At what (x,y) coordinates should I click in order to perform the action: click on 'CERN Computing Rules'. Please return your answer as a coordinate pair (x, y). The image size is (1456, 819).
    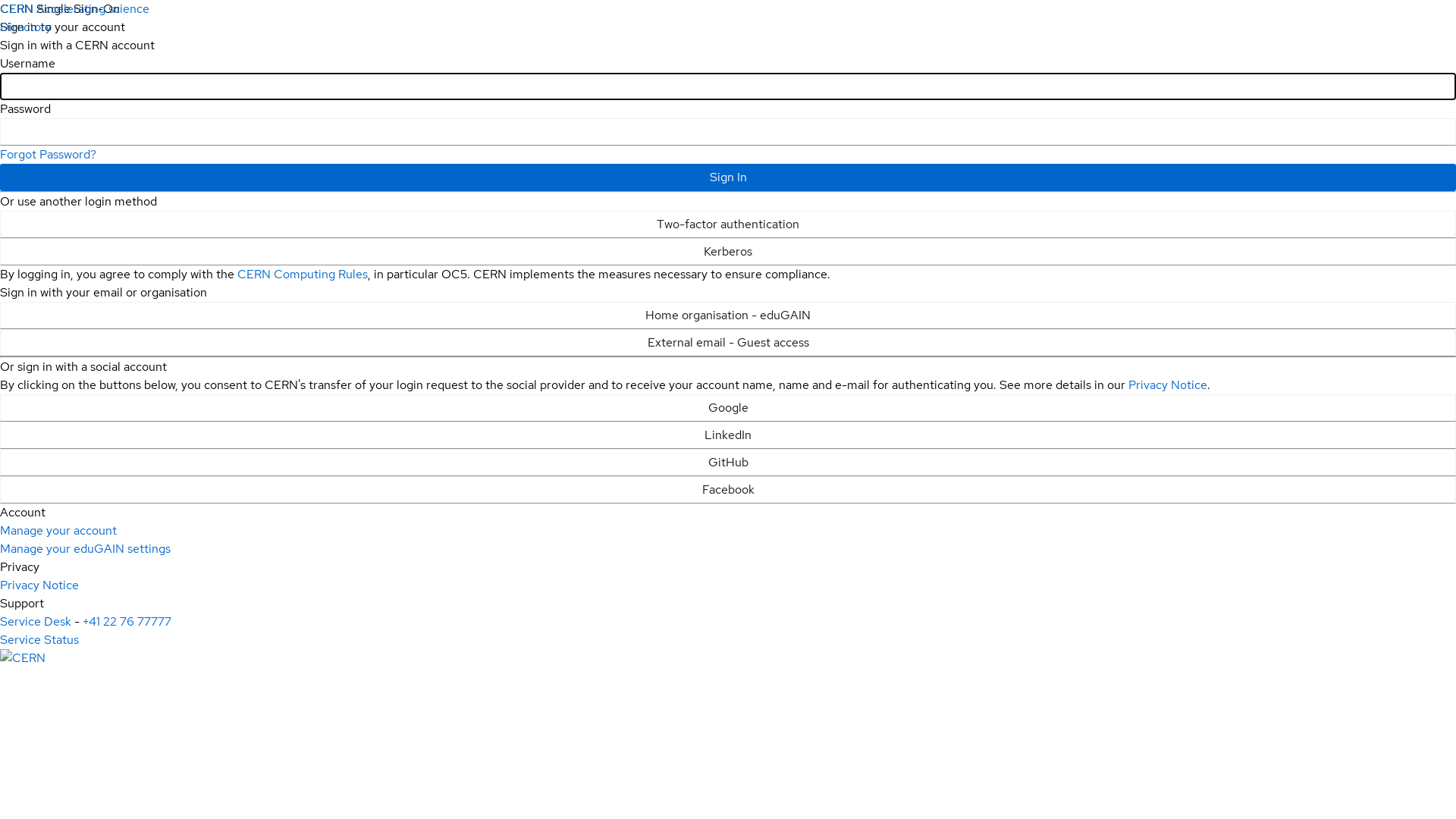
    Looking at the image, I should click on (302, 274).